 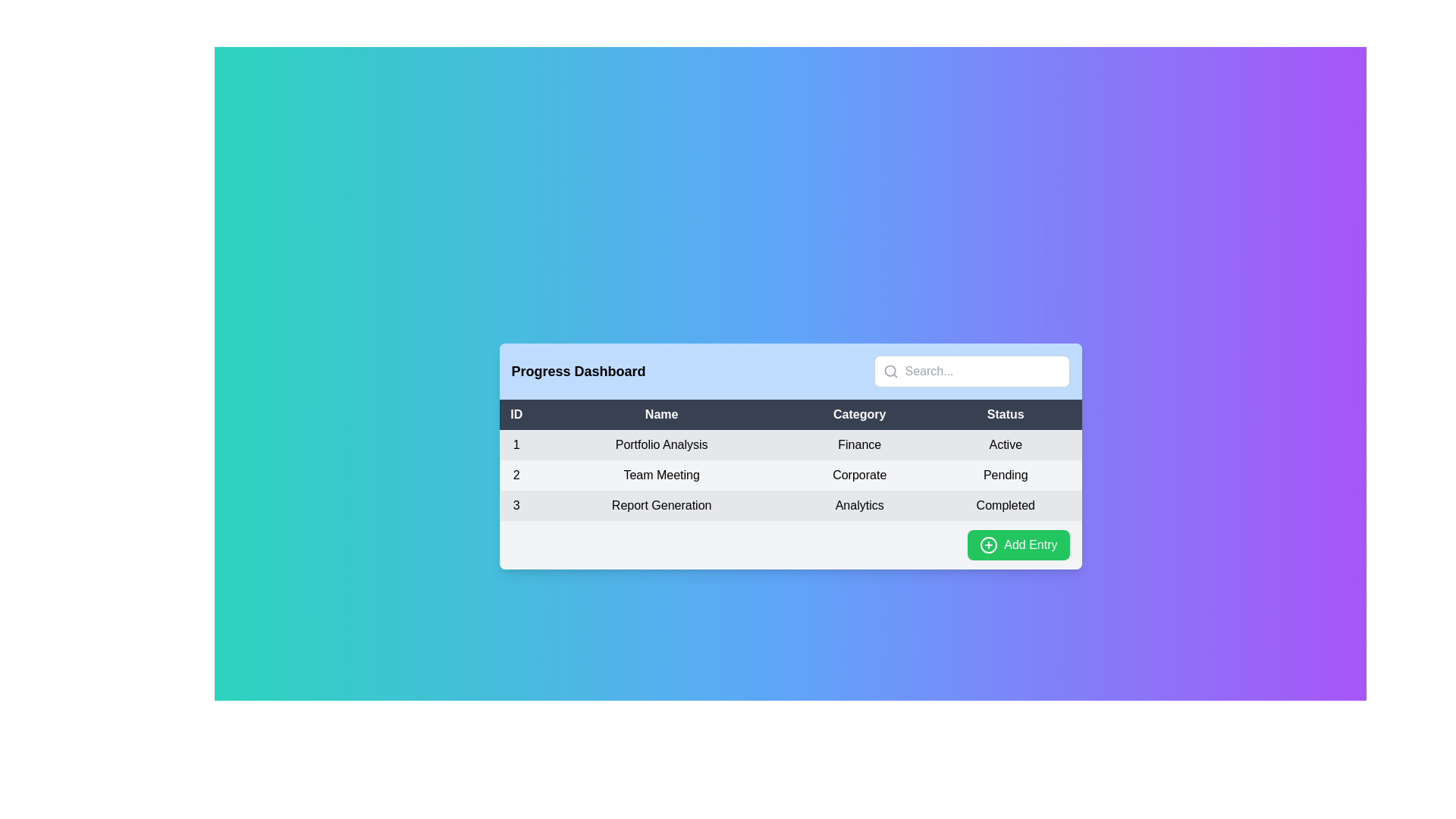 What do you see at coordinates (661, 506) in the screenshot?
I see `the 'Name' text label in the third row of the 'Progress Dashboard' table, which describes the task or entry associated with the ID value of '3'` at bounding box center [661, 506].